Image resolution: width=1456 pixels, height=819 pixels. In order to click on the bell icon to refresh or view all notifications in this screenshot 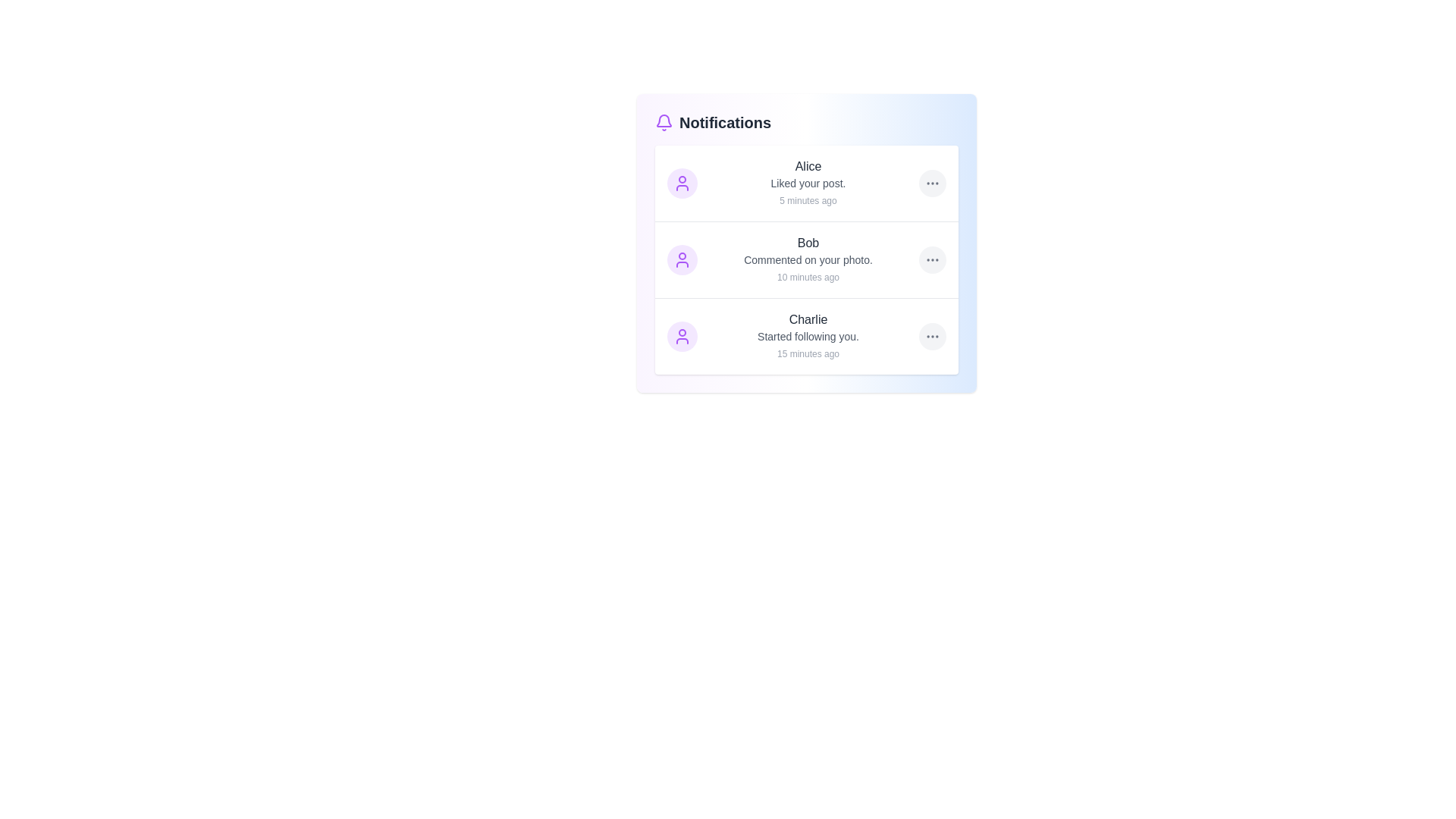, I will do `click(664, 122)`.